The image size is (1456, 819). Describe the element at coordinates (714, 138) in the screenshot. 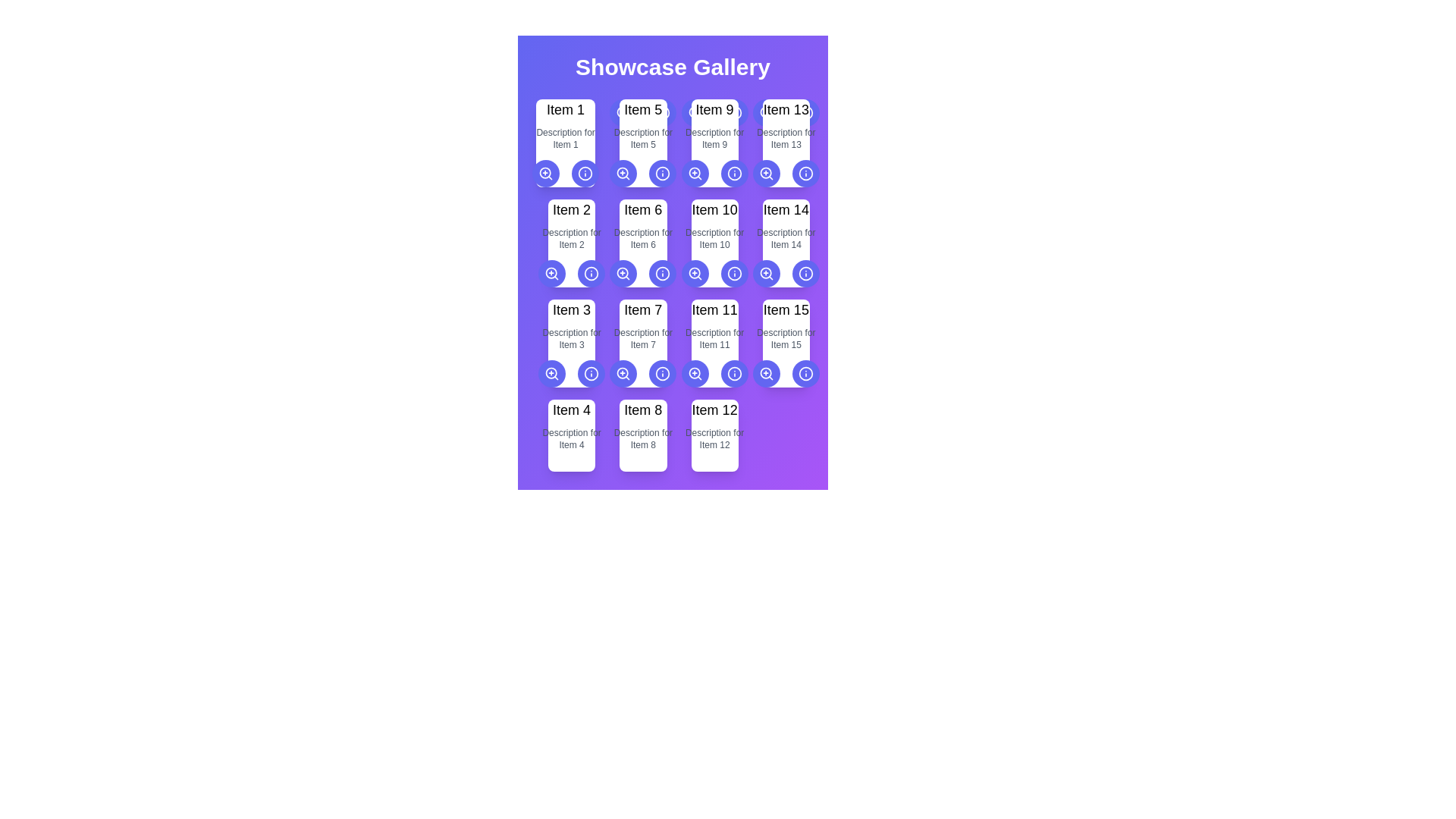

I see `the static text label displaying 'Description for Item 9', which is located below the bold title 'Item 9' in the gallery grid layout` at that location.